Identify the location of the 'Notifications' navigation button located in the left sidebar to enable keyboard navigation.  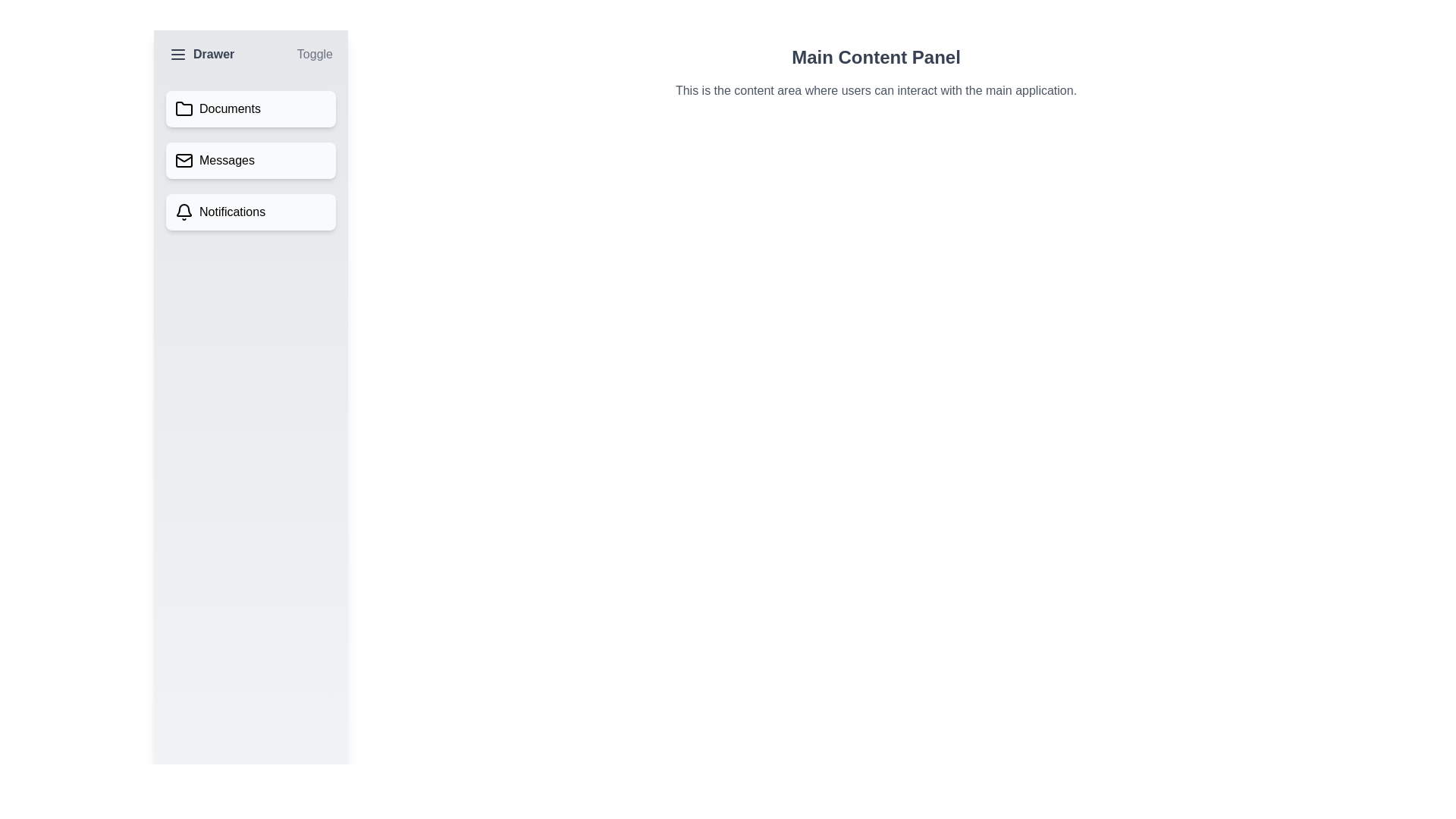
(251, 212).